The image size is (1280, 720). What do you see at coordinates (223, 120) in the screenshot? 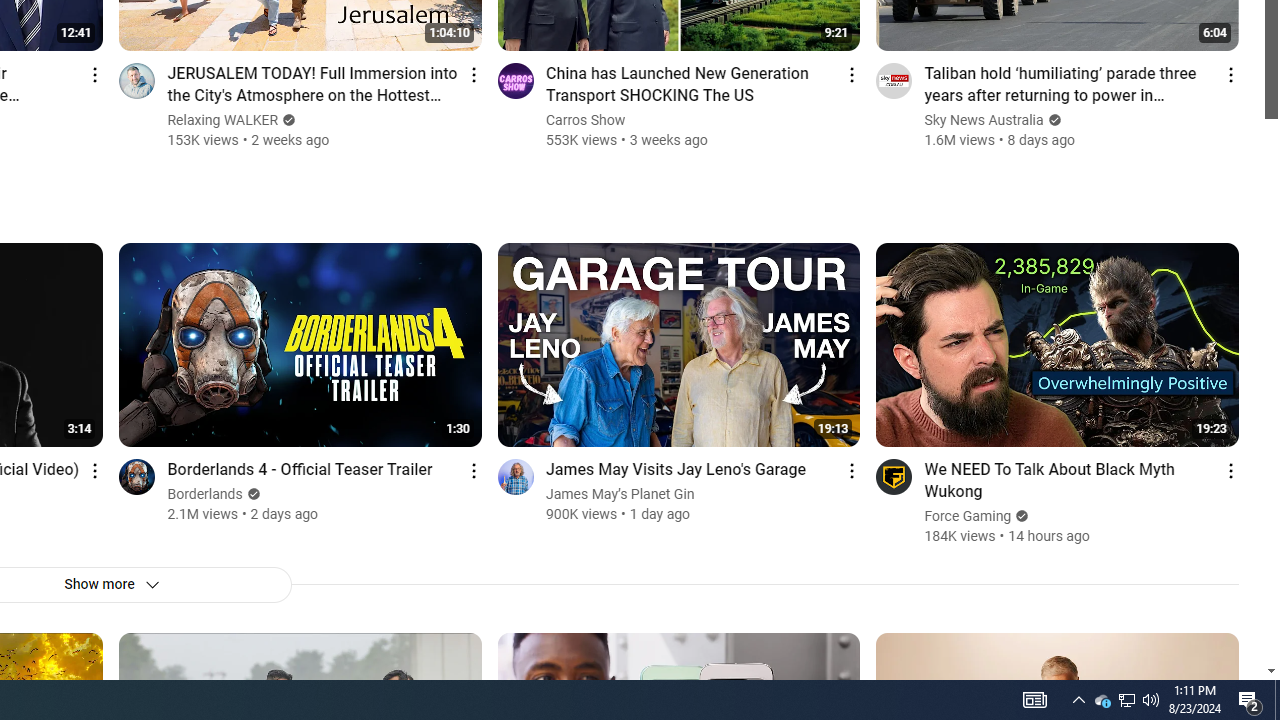
I see `'Relaxing WALKER'` at bounding box center [223, 120].